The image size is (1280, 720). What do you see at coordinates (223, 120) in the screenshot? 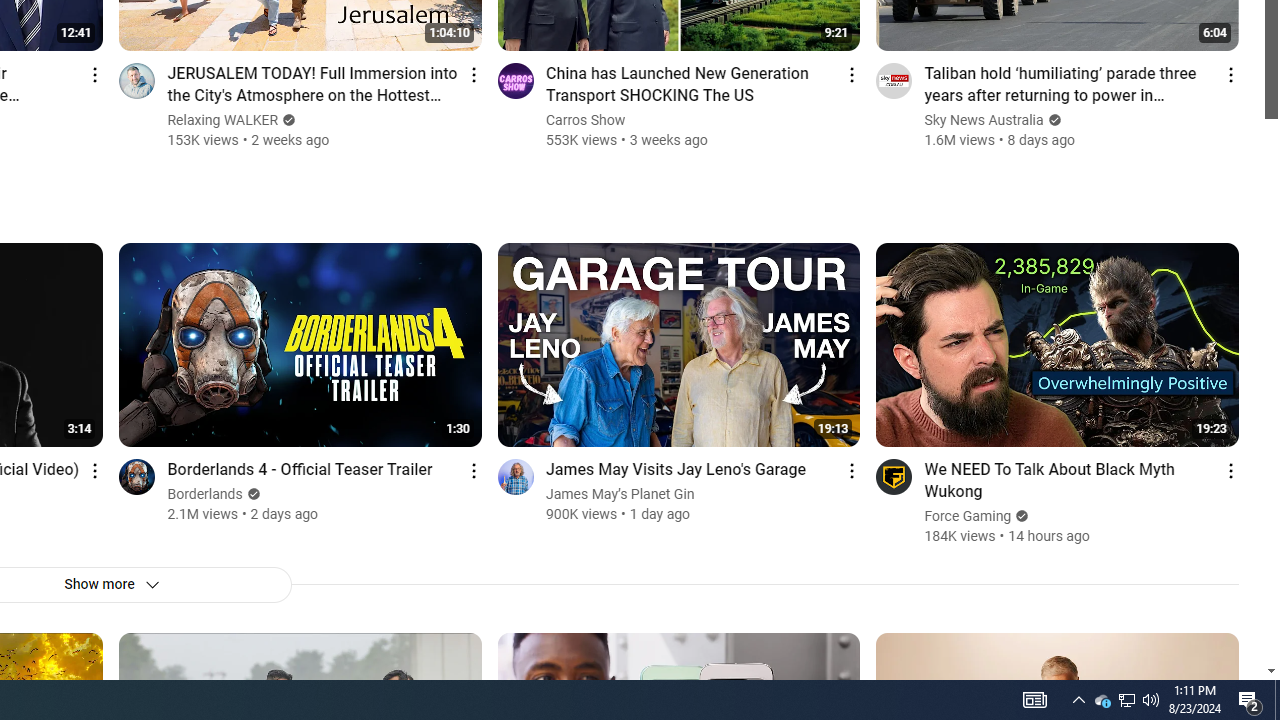
I see `'Relaxing WALKER'` at bounding box center [223, 120].